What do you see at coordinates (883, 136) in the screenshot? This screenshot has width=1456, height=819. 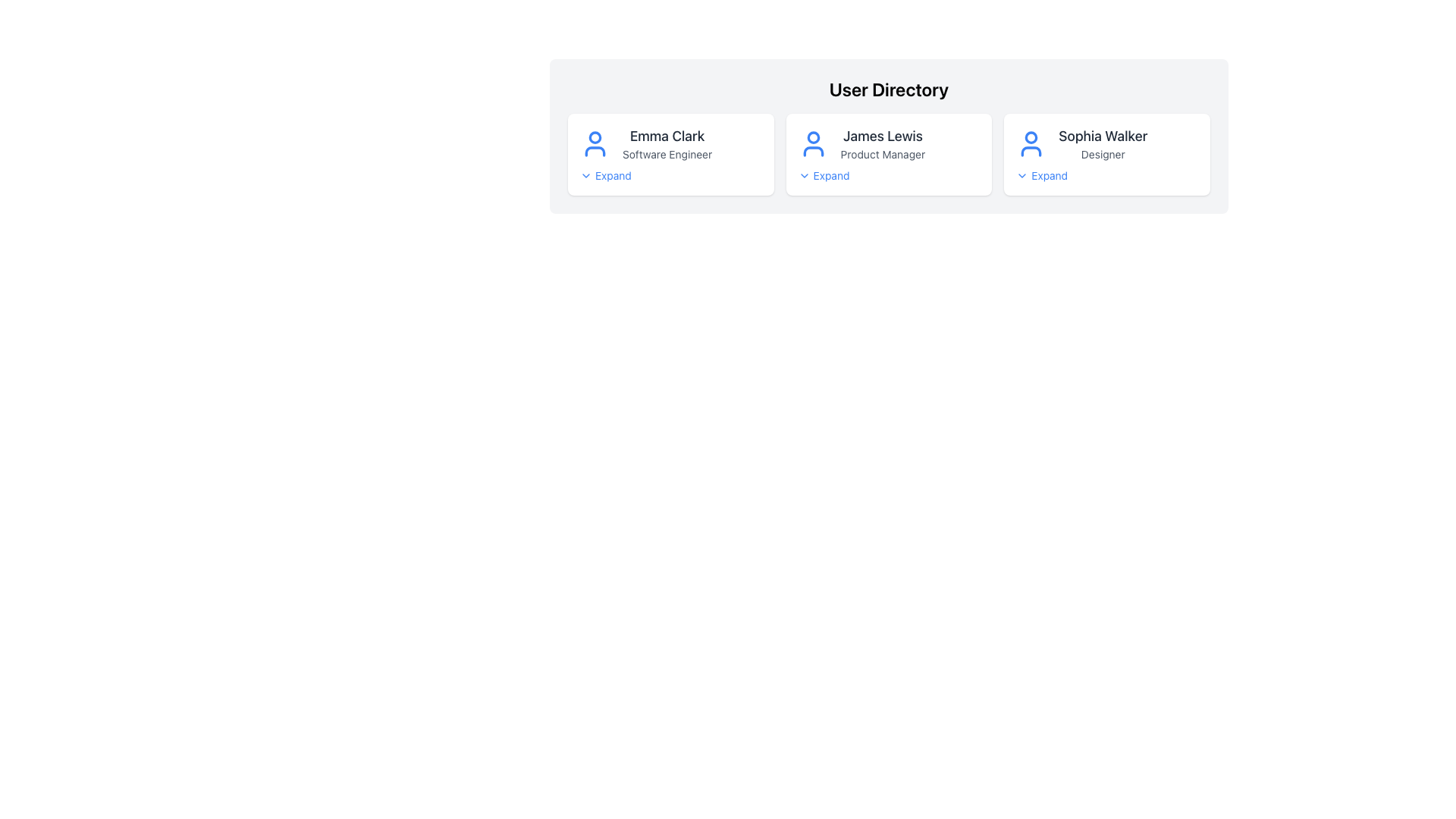 I see `the text label displaying the user's name 'James Lewis' which is prominently located at the top of the profile card` at bounding box center [883, 136].